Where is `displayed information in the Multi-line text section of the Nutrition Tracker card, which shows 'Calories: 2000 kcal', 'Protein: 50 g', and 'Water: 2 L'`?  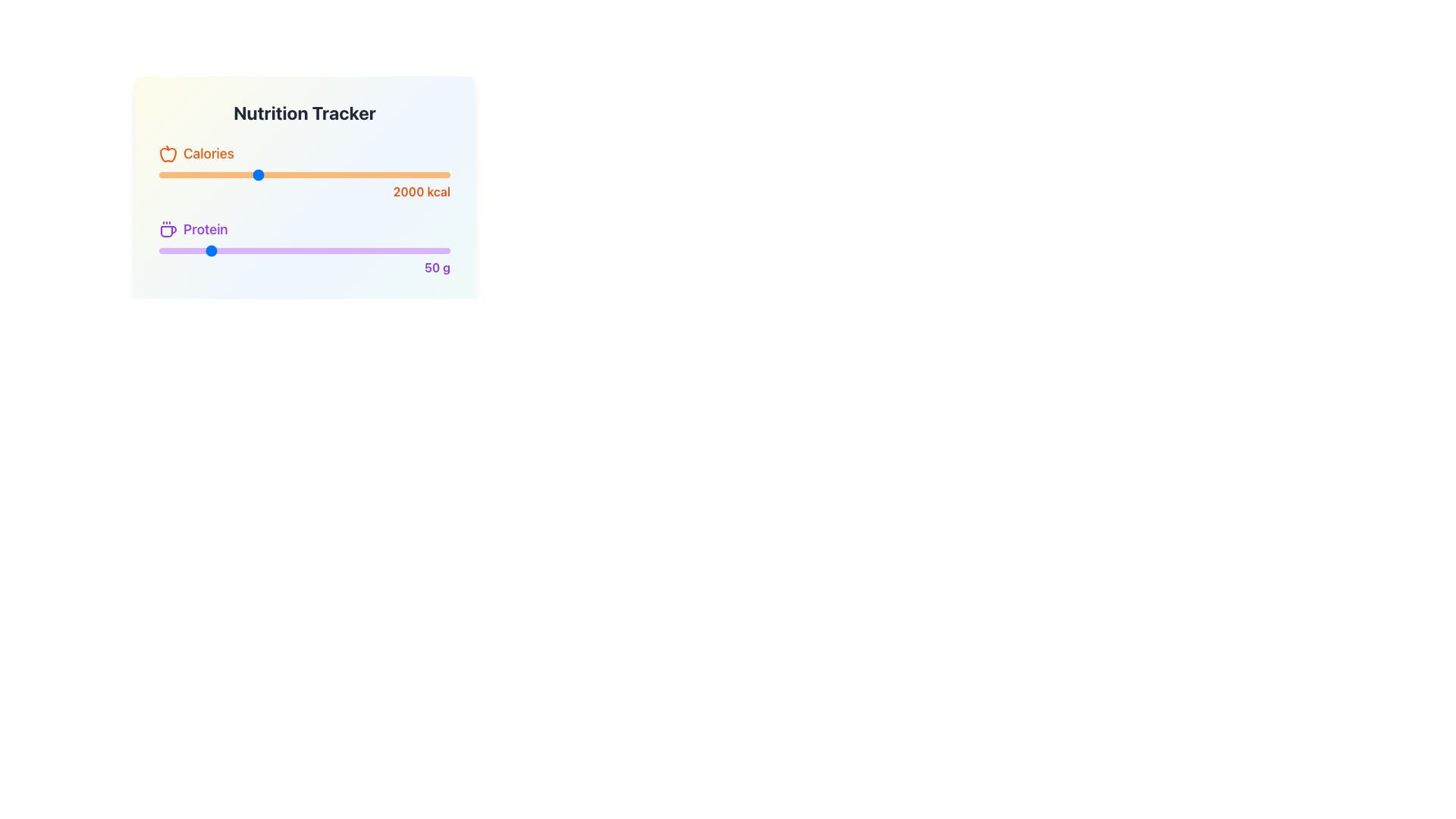
displayed information in the Multi-line text section of the Nutrition Tracker card, which shows 'Calories: 2000 kcal', 'Protein: 50 g', and 'Water: 2 L' is located at coordinates (304, 247).